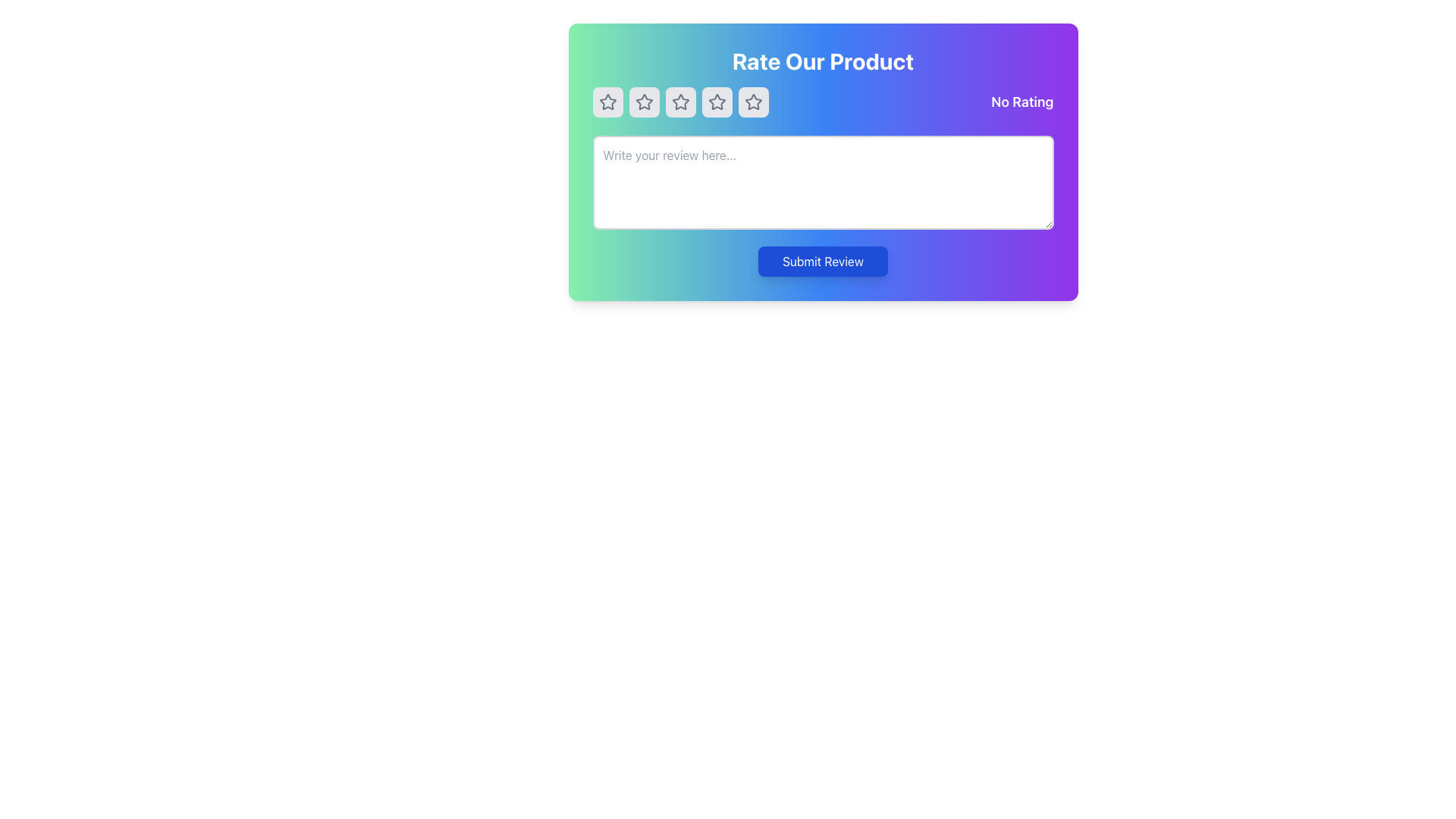 The height and width of the screenshot is (819, 1456). I want to click on the star icon button, which is the third in a horizontal series of five icons in the 'Rate Our Product' section, so click(679, 102).